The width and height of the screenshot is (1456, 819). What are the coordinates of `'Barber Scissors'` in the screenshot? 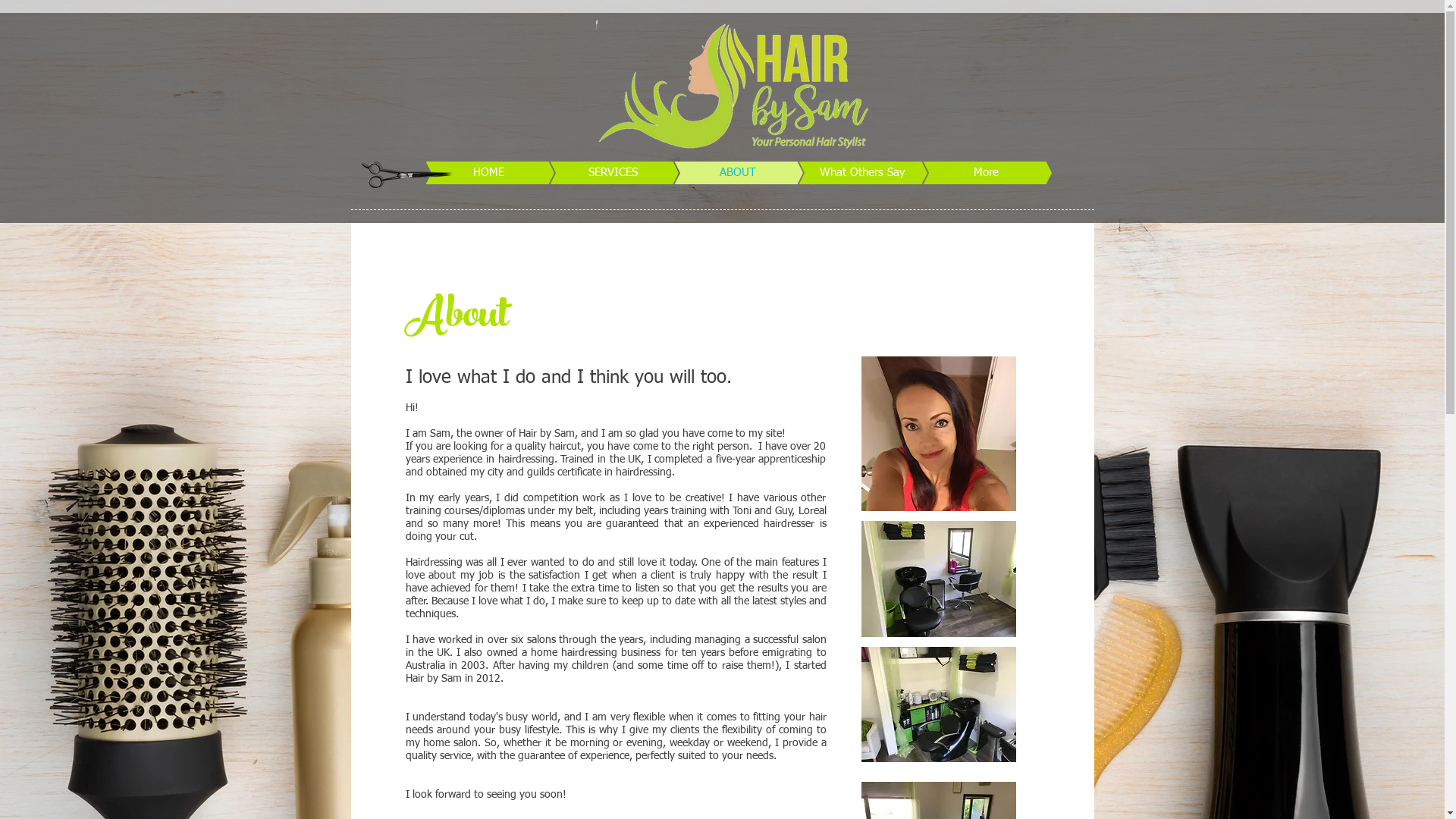 It's located at (406, 171).